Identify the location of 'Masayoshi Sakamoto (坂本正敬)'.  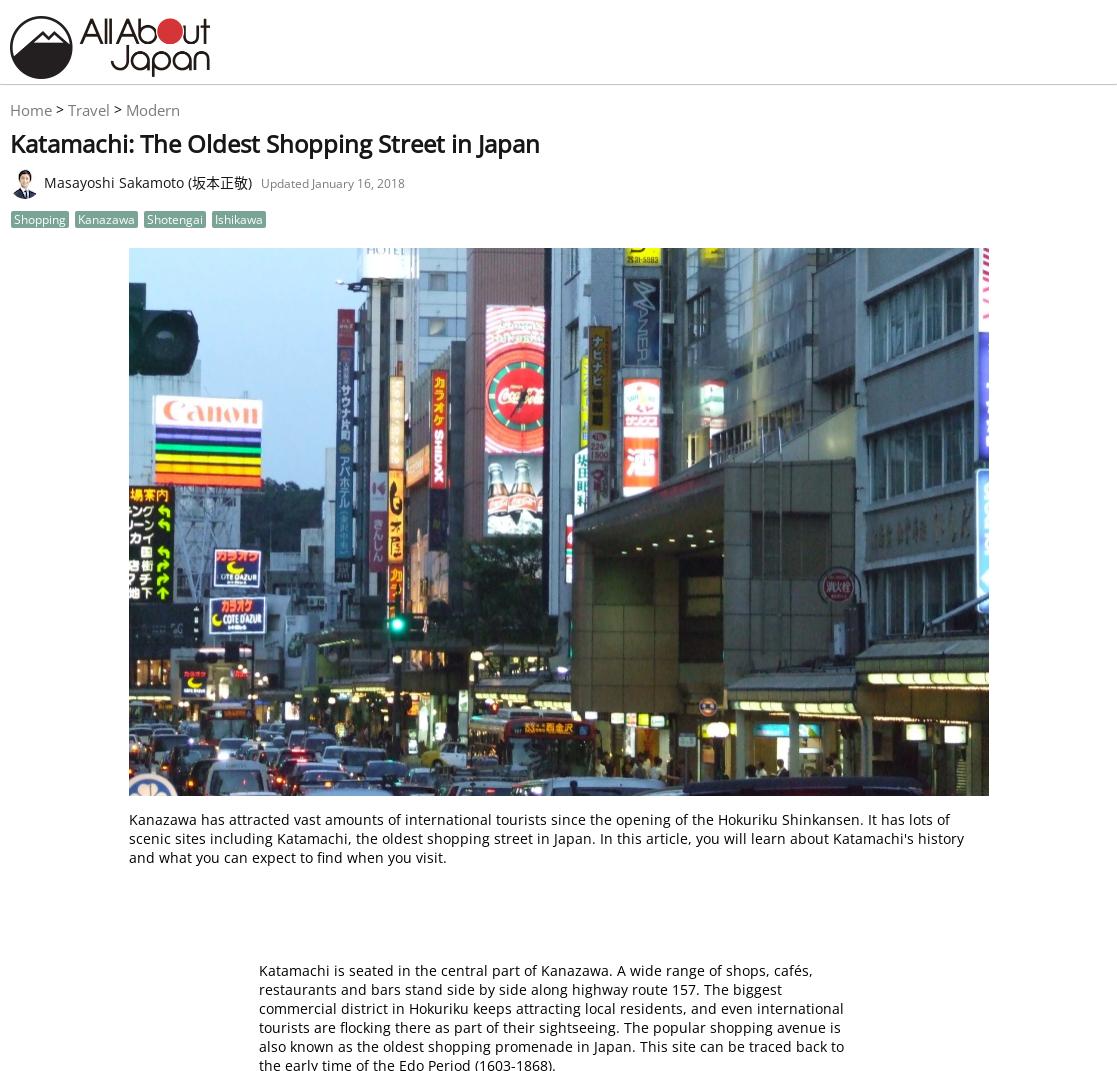
(148, 180).